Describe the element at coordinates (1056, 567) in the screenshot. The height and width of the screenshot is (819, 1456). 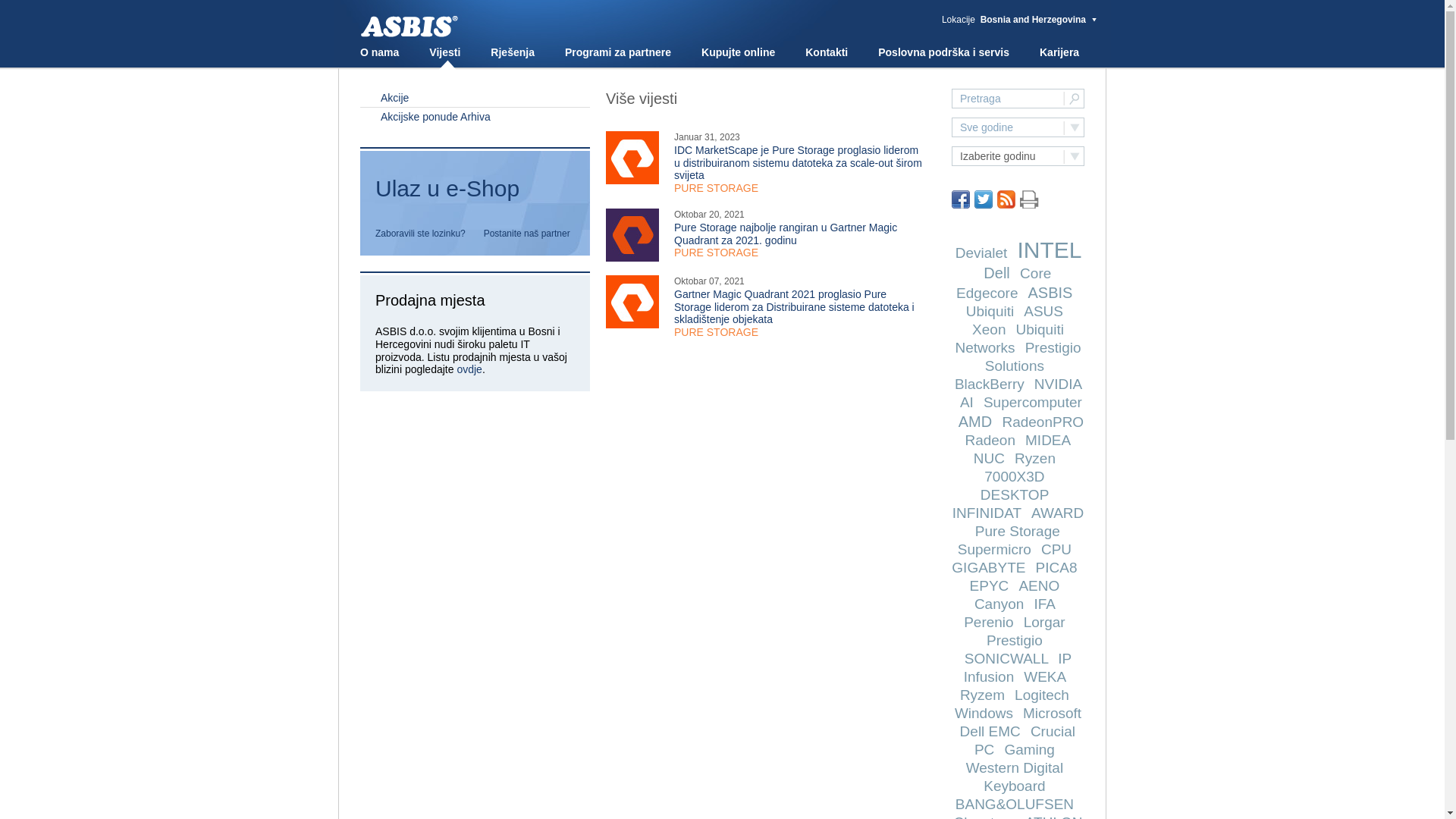
I see `'PICA8'` at that location.